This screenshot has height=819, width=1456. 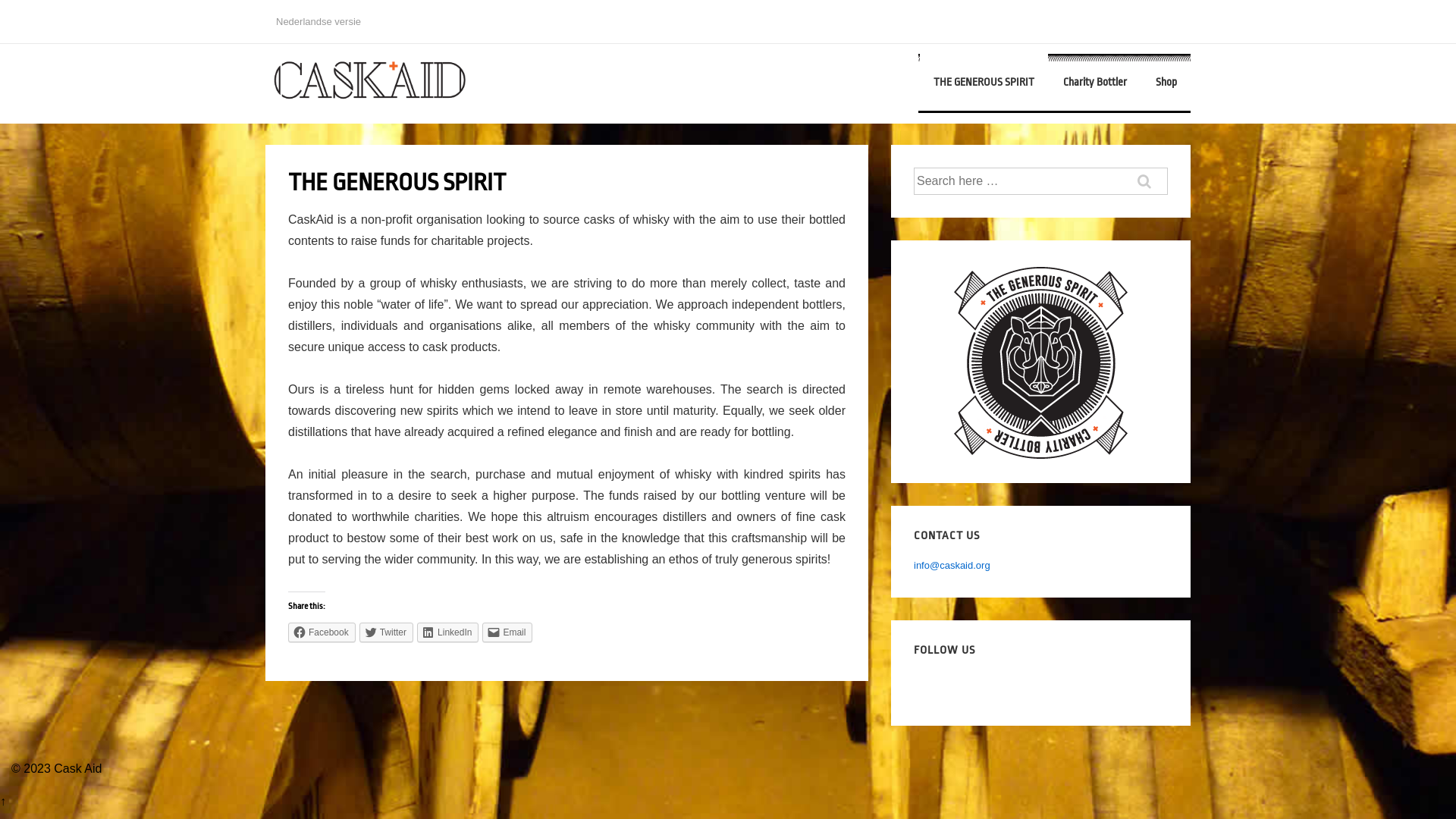 What do you see at coordinates (1095, 82) in the screenshot?
I see `'Charity Bottler'` at bounding box center [1095, 82].